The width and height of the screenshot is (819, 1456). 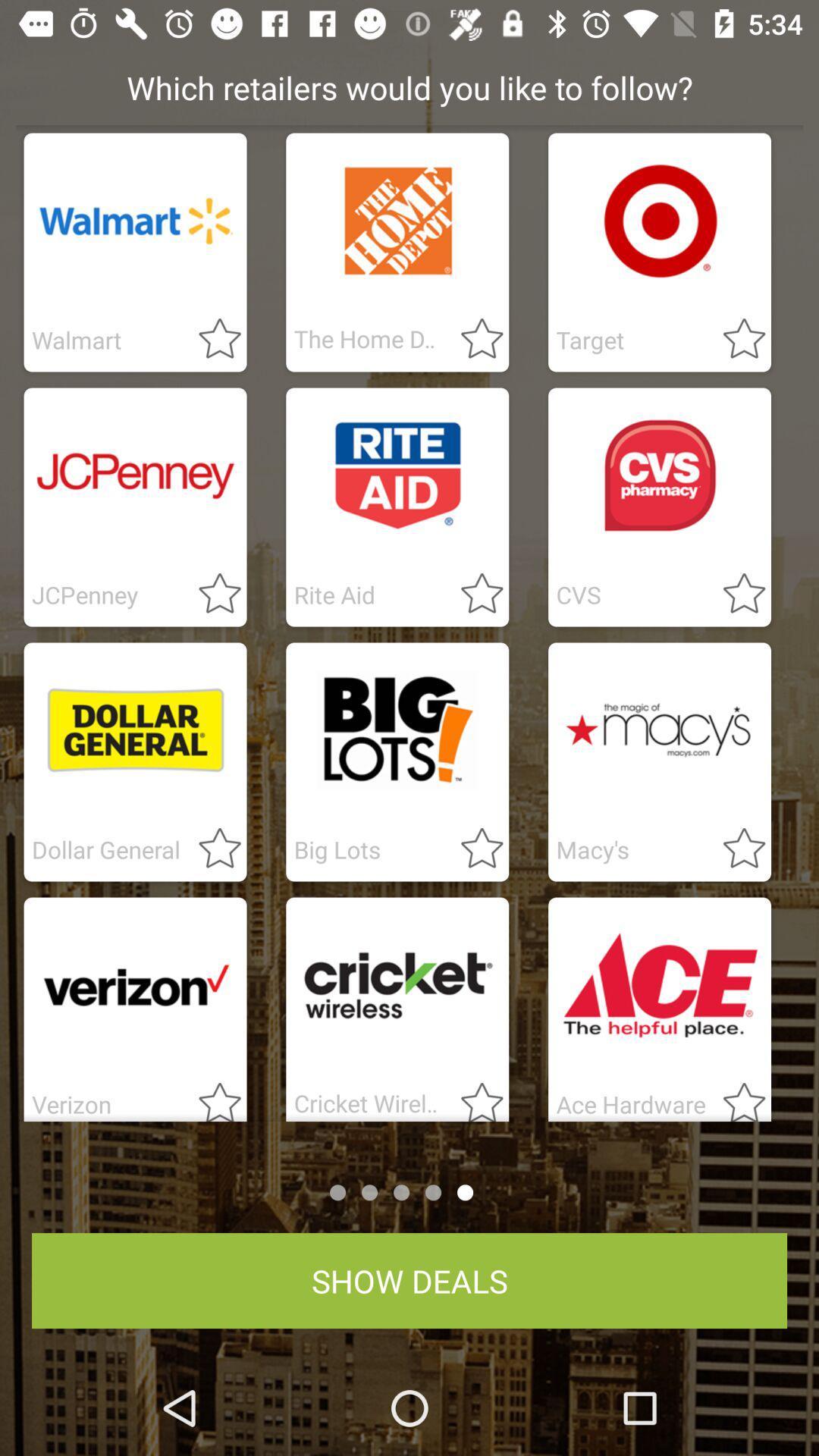 I want to click on follow retailer, so click(x=734, y=594).